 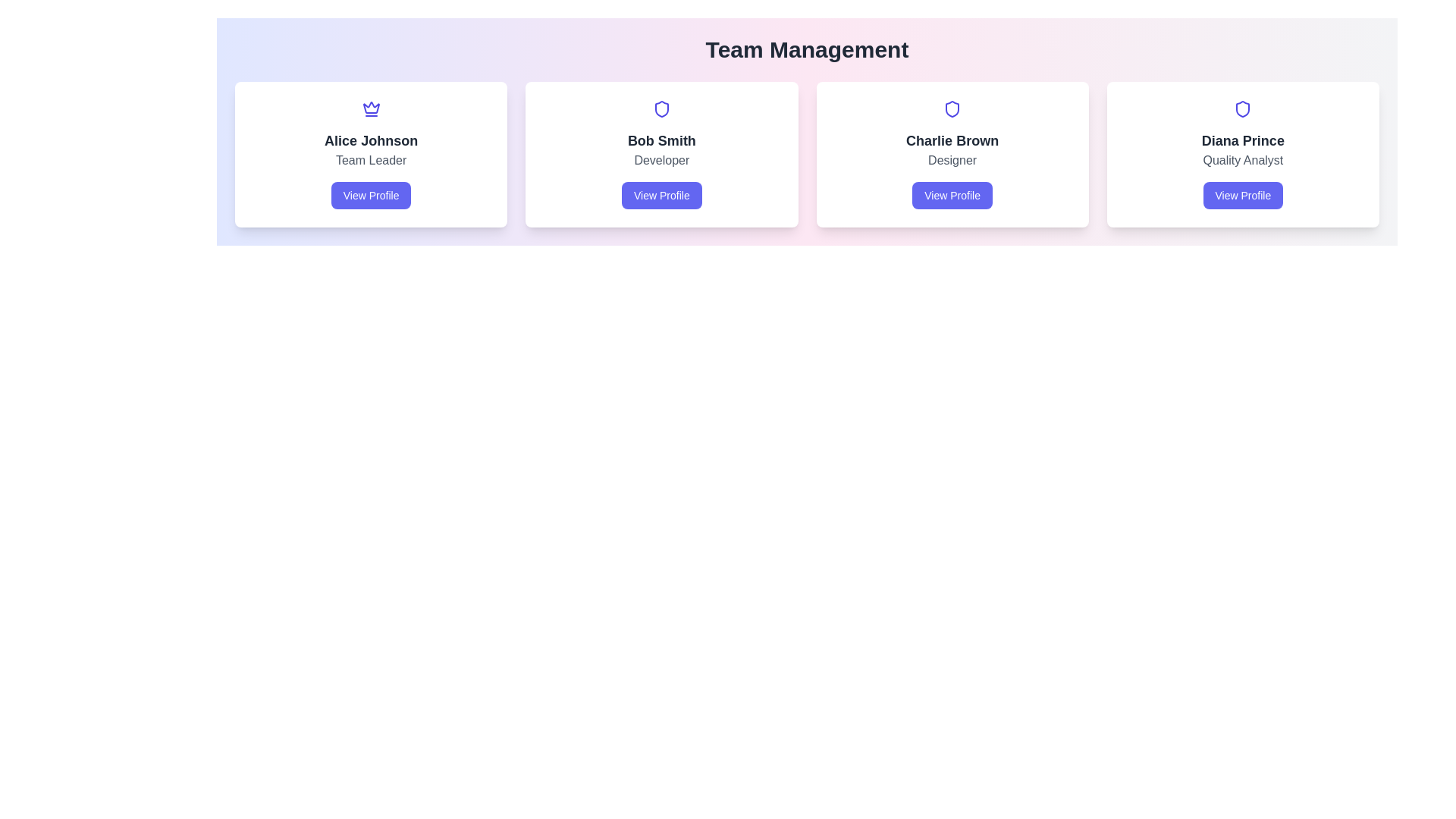 I want to click on the decorative icon located at the top center of the card labeled 'Diana Prince', which is the right-most card in a set of four horizontally arranged cards, so click(x=1243, y=108).